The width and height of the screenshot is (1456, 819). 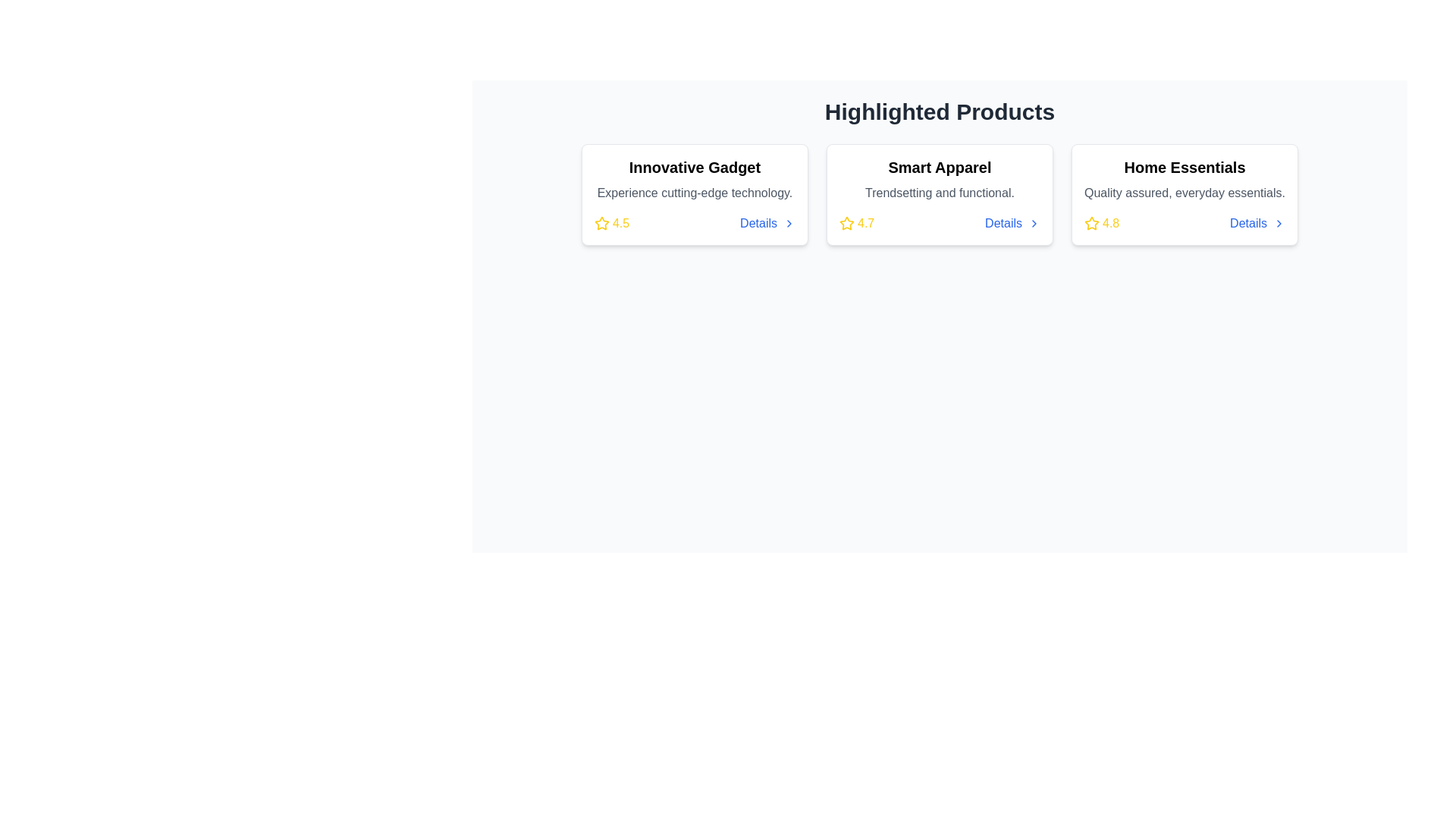 I want to click on rating value displayed in the text label located within the 'Smart Apparel' panel, positioned to the right of the star icon, so click(x=866, y=223).